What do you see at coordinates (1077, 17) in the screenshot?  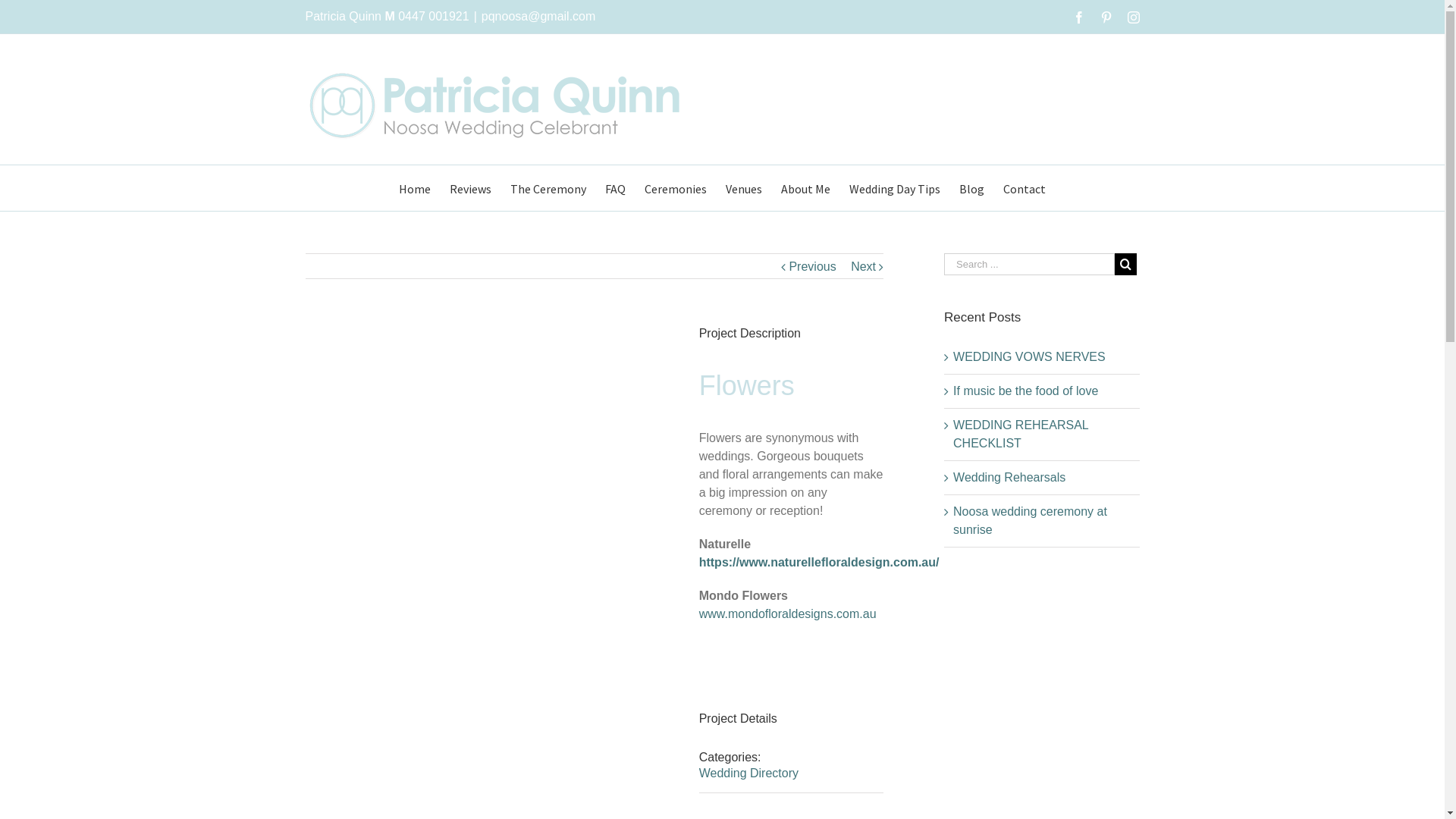 I see `'Facebook'` at bounding box center [1077, 17].